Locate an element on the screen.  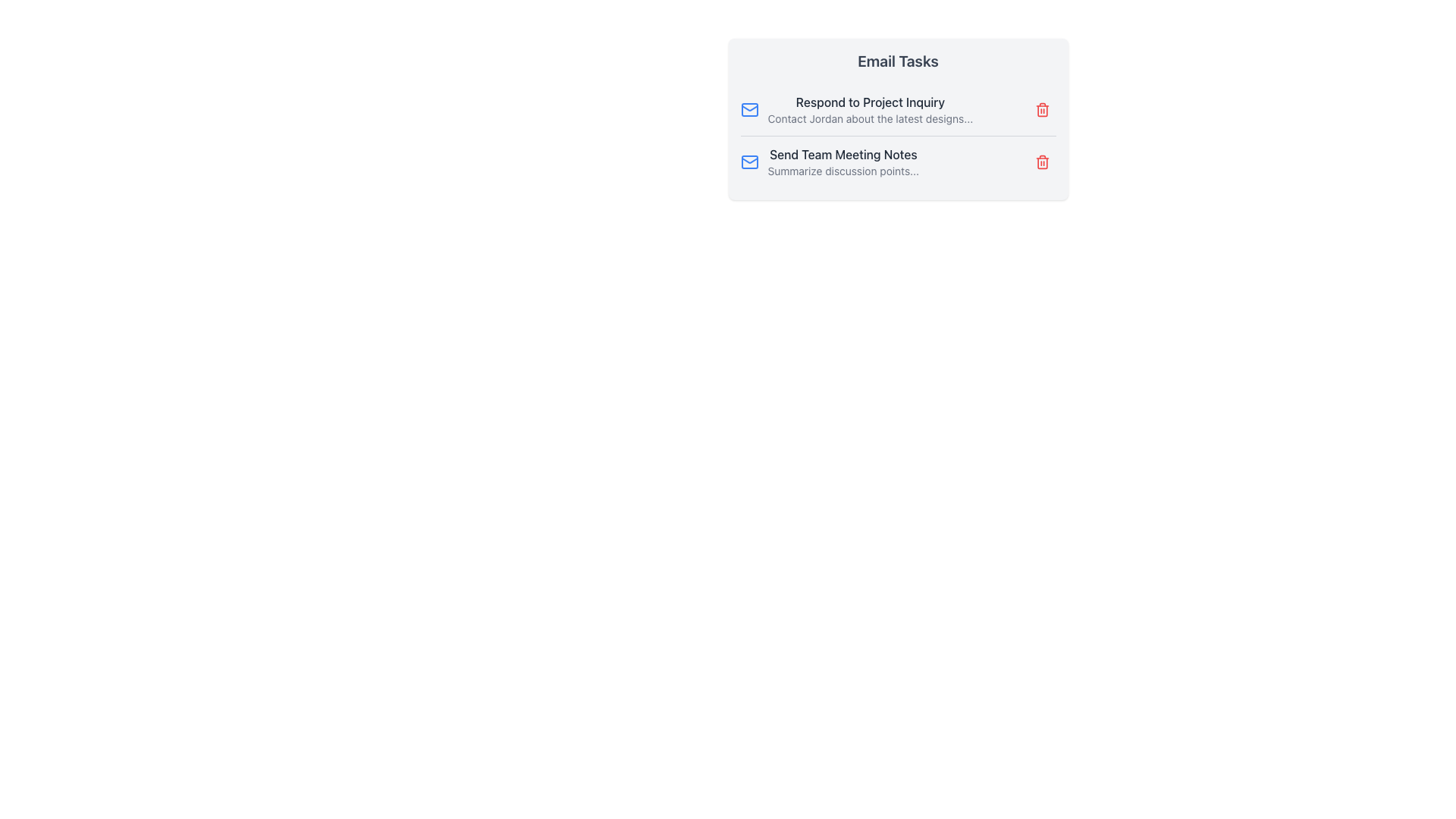
the delete button located at the far right of the 'Send Team Meeting Notes' row is located at coordinates (1041, 162).